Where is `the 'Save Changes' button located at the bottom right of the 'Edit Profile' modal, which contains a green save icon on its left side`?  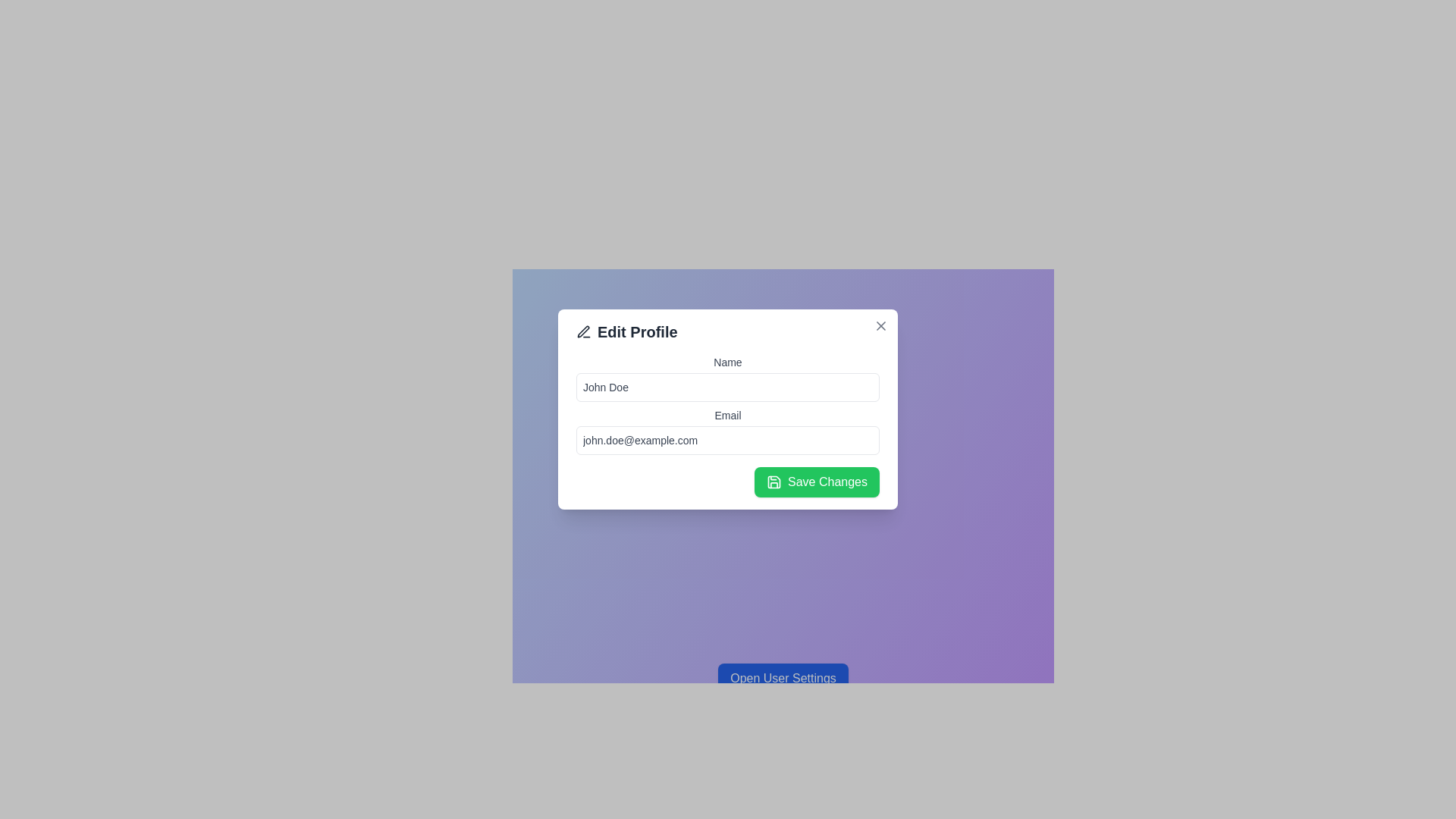 the 'Save Changes' button located at the bottom right of the 'Edit Profile' modal, which contains a green save icon on its left side is located at coordinates (774, 482).